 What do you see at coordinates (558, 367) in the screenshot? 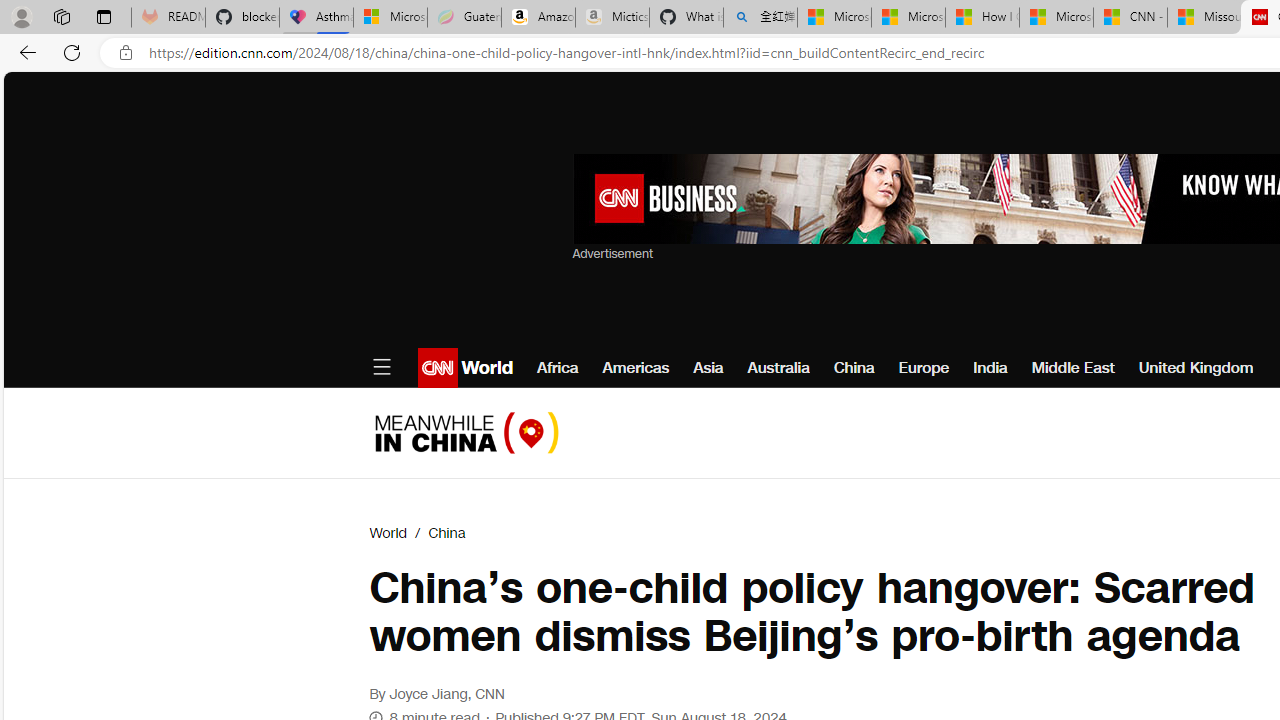
I see `'Africa'` at bounding box center [558, 367].